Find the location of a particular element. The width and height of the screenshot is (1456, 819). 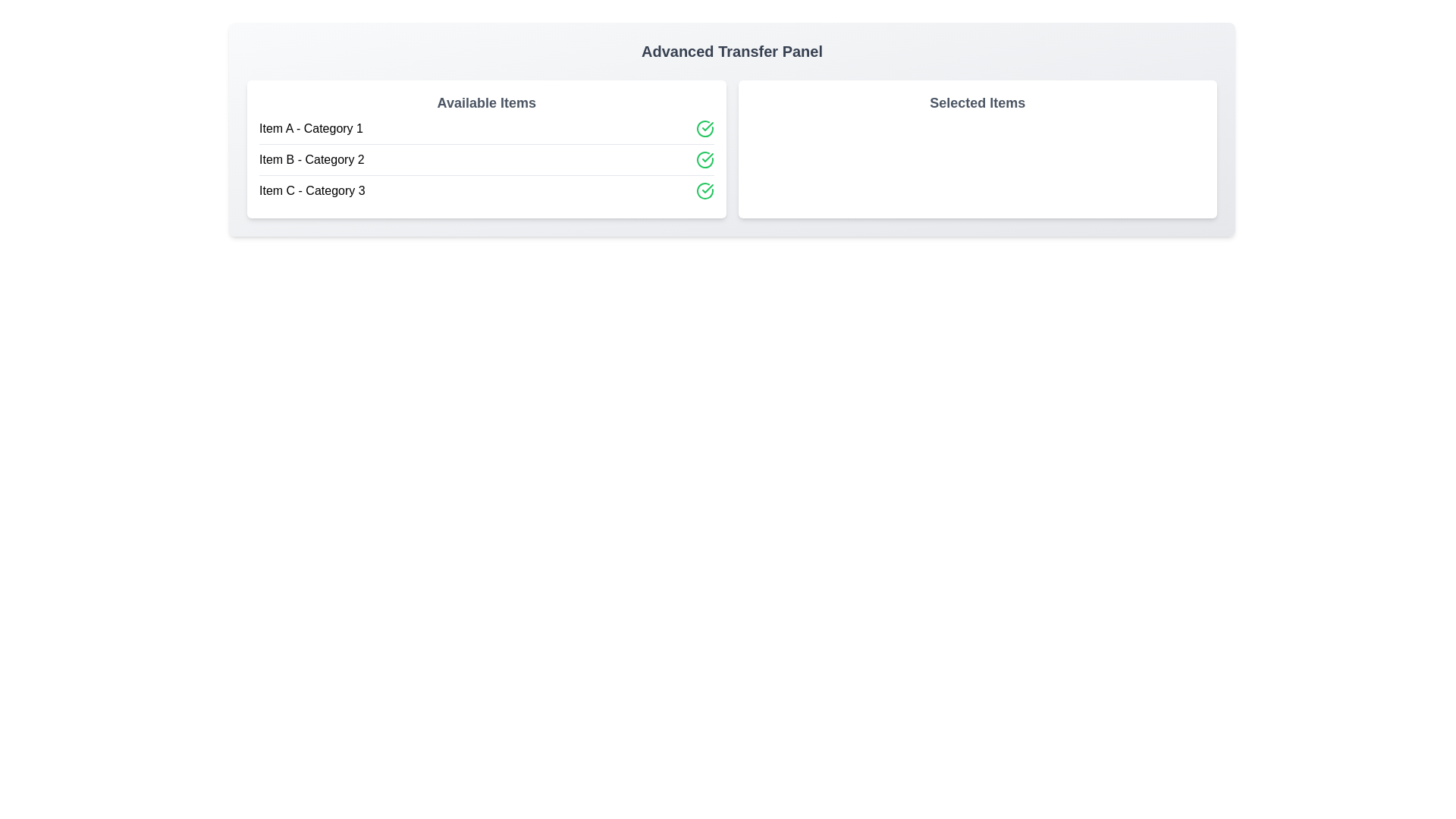

the second text label in the 'Available Items' list is located at coordinates (311, 160).